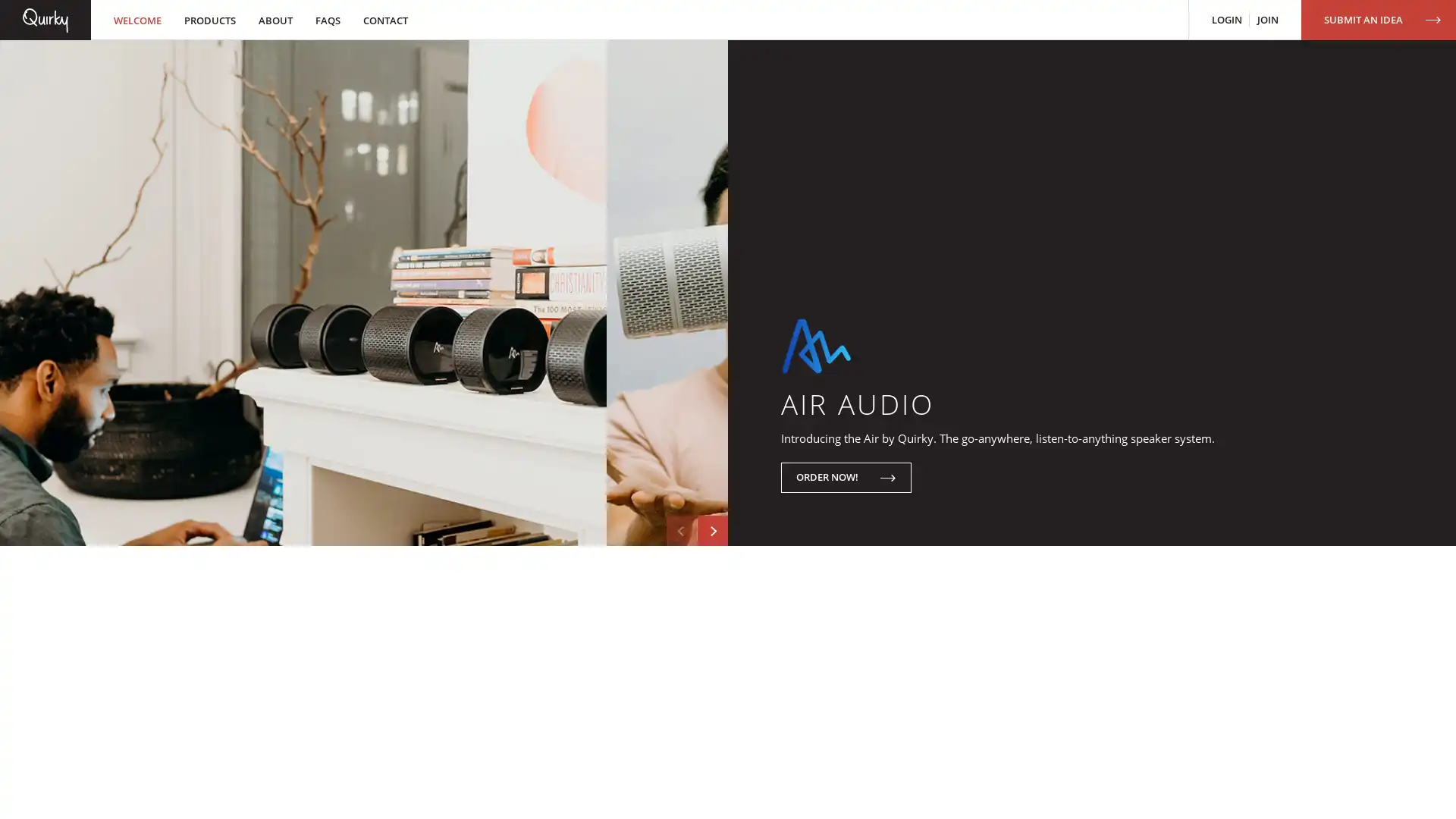  What do you see at coordinates (712, 632) in the screenshot?
I see `Next` at bounding box center [712, 632].